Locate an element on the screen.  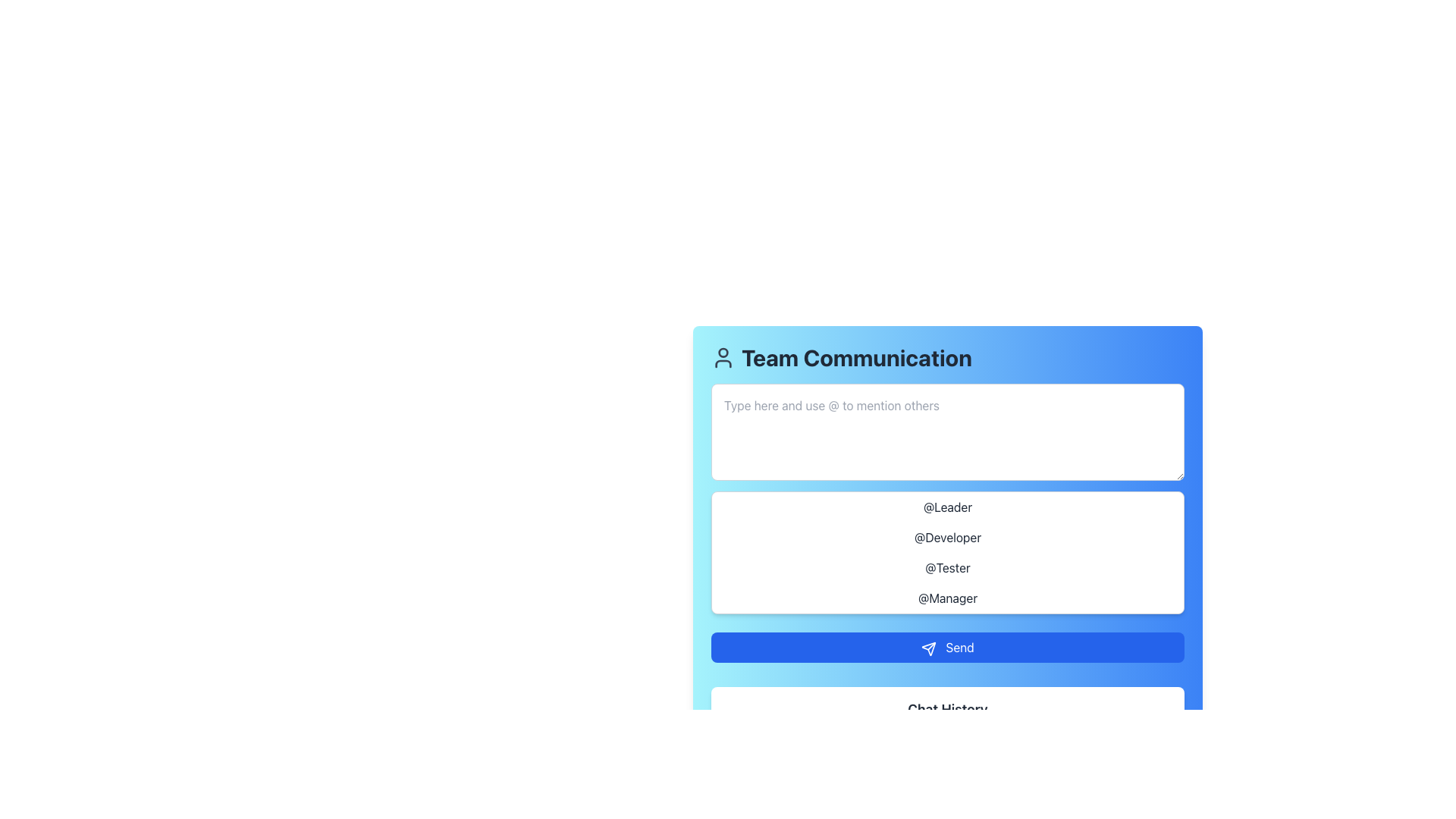
the list item displaying '@Leader' in black text on a white background is located at coordinates (946, 507).